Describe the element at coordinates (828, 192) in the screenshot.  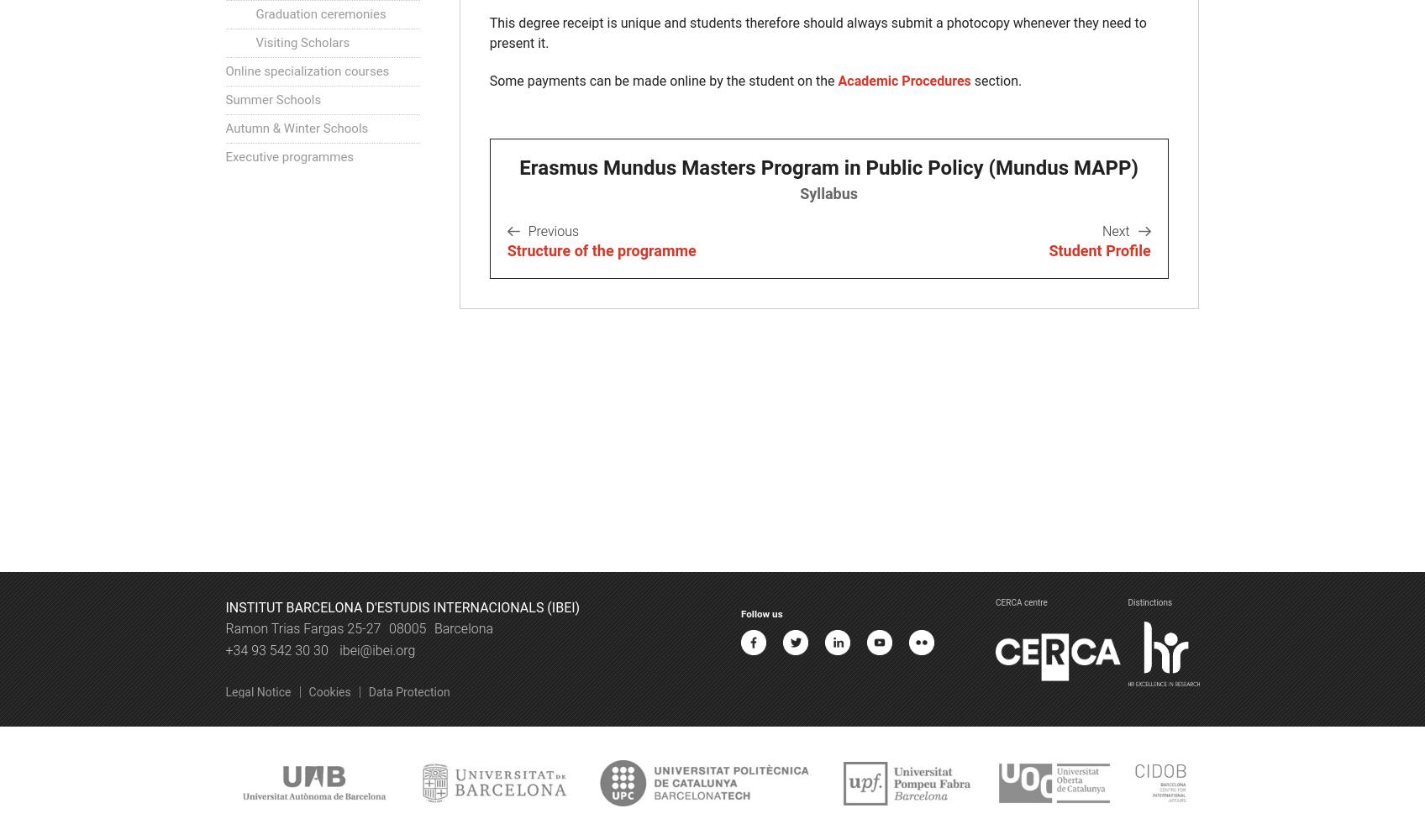
I see `'Syllabus'` at that location.